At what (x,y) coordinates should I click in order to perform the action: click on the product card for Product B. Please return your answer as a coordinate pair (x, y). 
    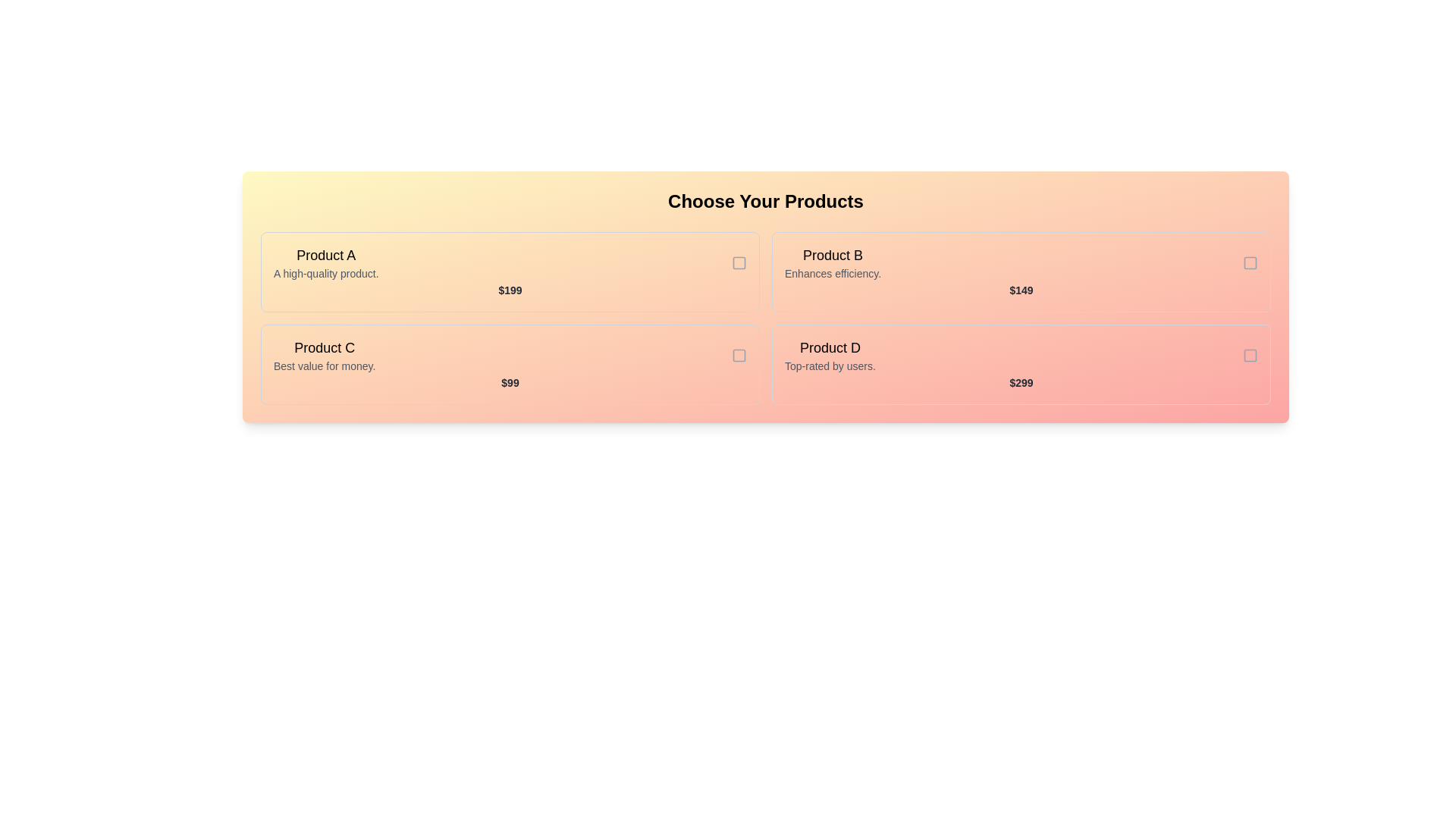
    Looking at the image, I should click on (1021, 271).